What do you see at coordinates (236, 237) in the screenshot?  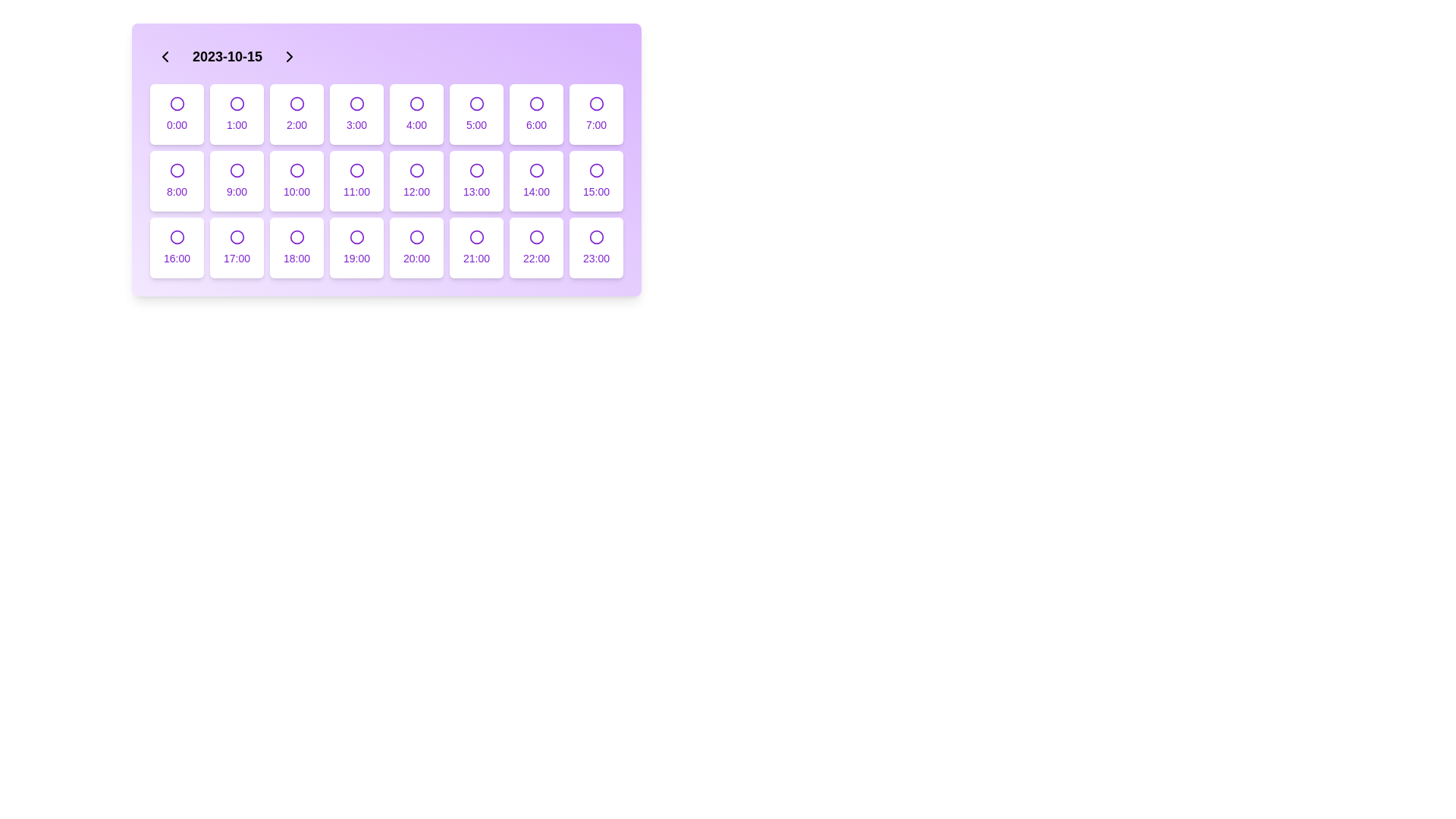 I see `the circular icon with a purple border located in the grid cell labeled '17:00'` at bounding box center [236, 237].